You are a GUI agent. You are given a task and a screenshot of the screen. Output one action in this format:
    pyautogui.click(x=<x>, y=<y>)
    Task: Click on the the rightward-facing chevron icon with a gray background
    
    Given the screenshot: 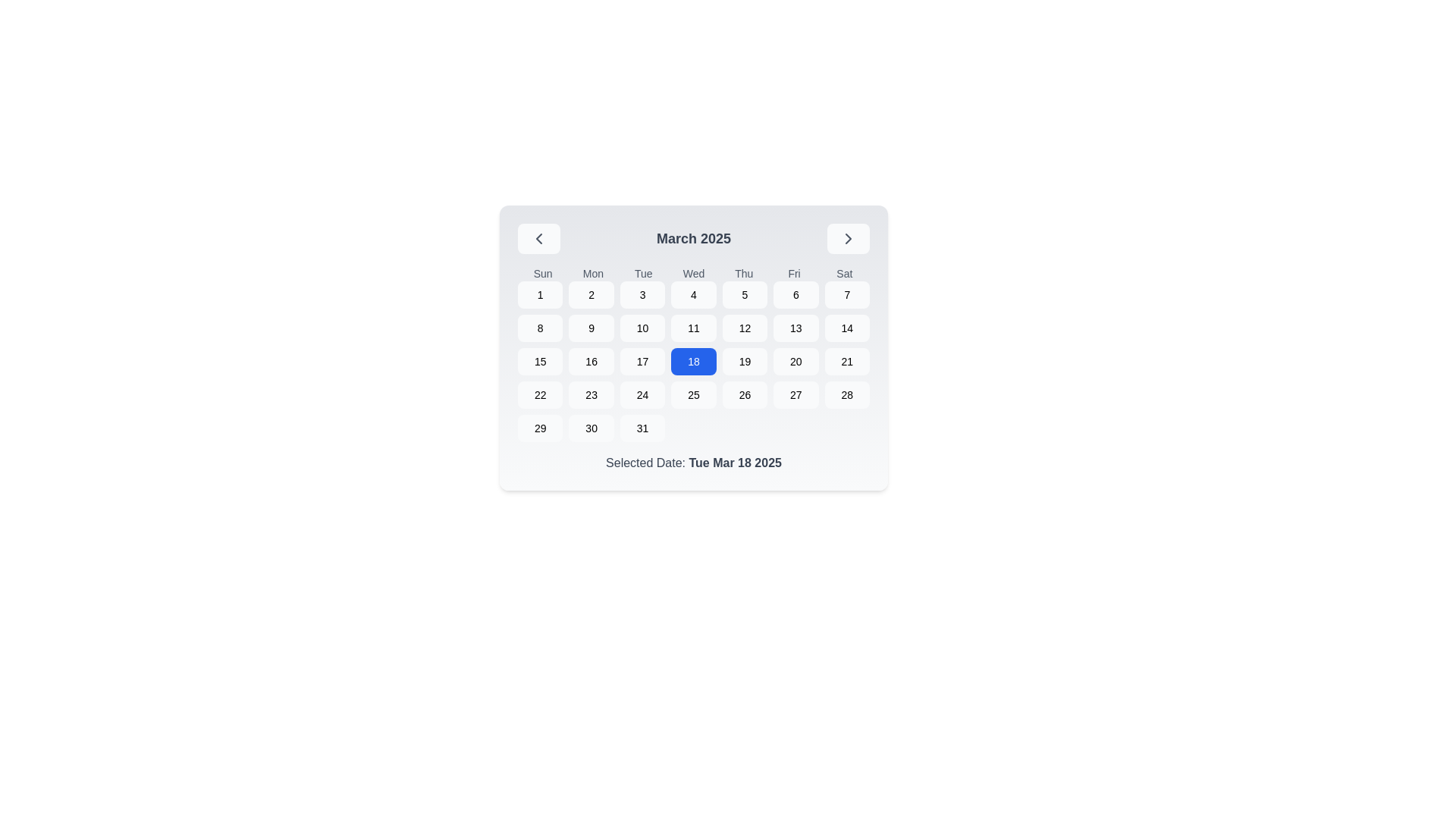 What is the action you would take?
    pyautogui.click(x=847, y=239)
    